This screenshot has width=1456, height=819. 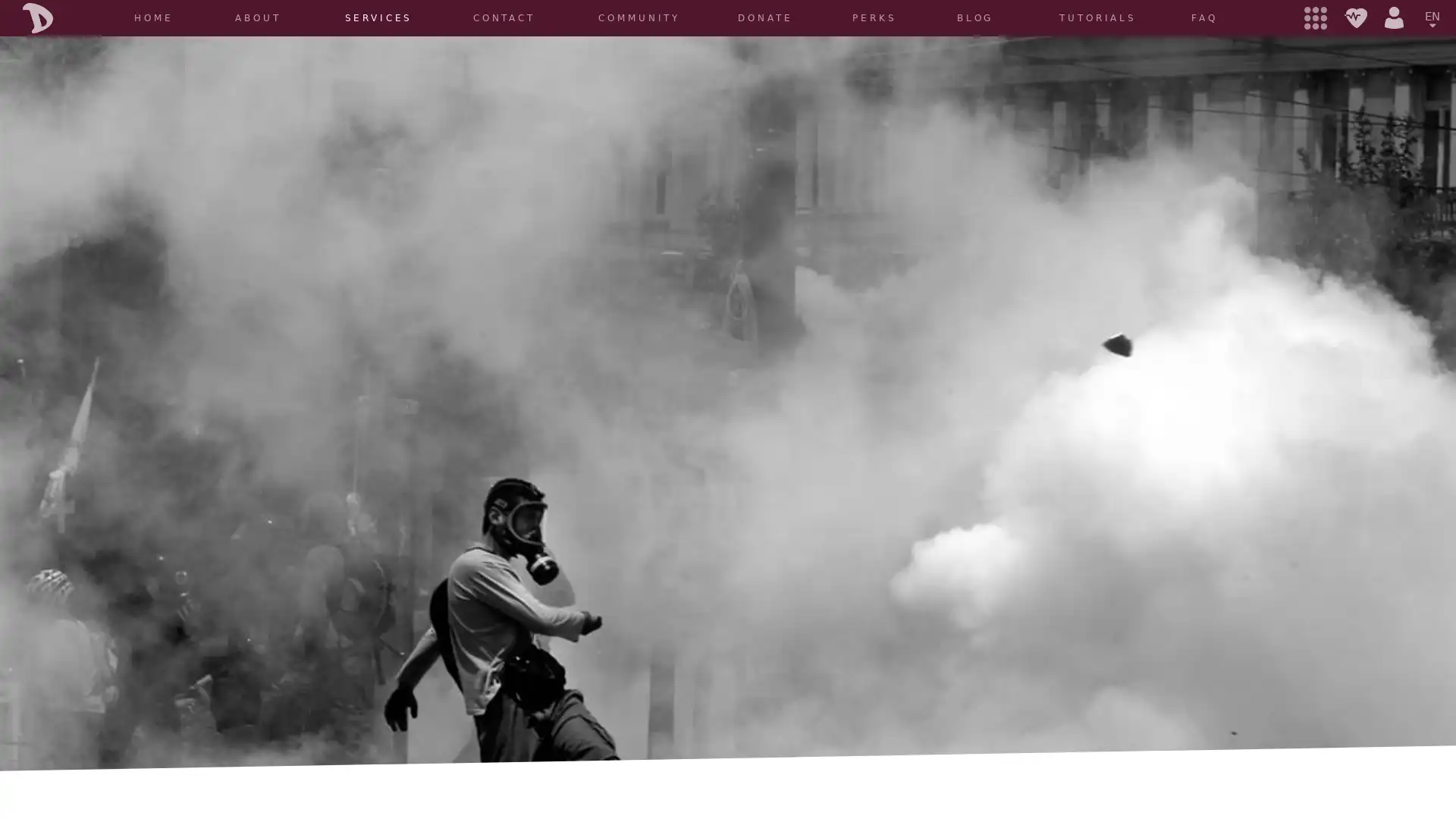 What do you see at coordinates (1432, 16) in the screenshot?
I see `EN` at bounding box center [1432, 16].